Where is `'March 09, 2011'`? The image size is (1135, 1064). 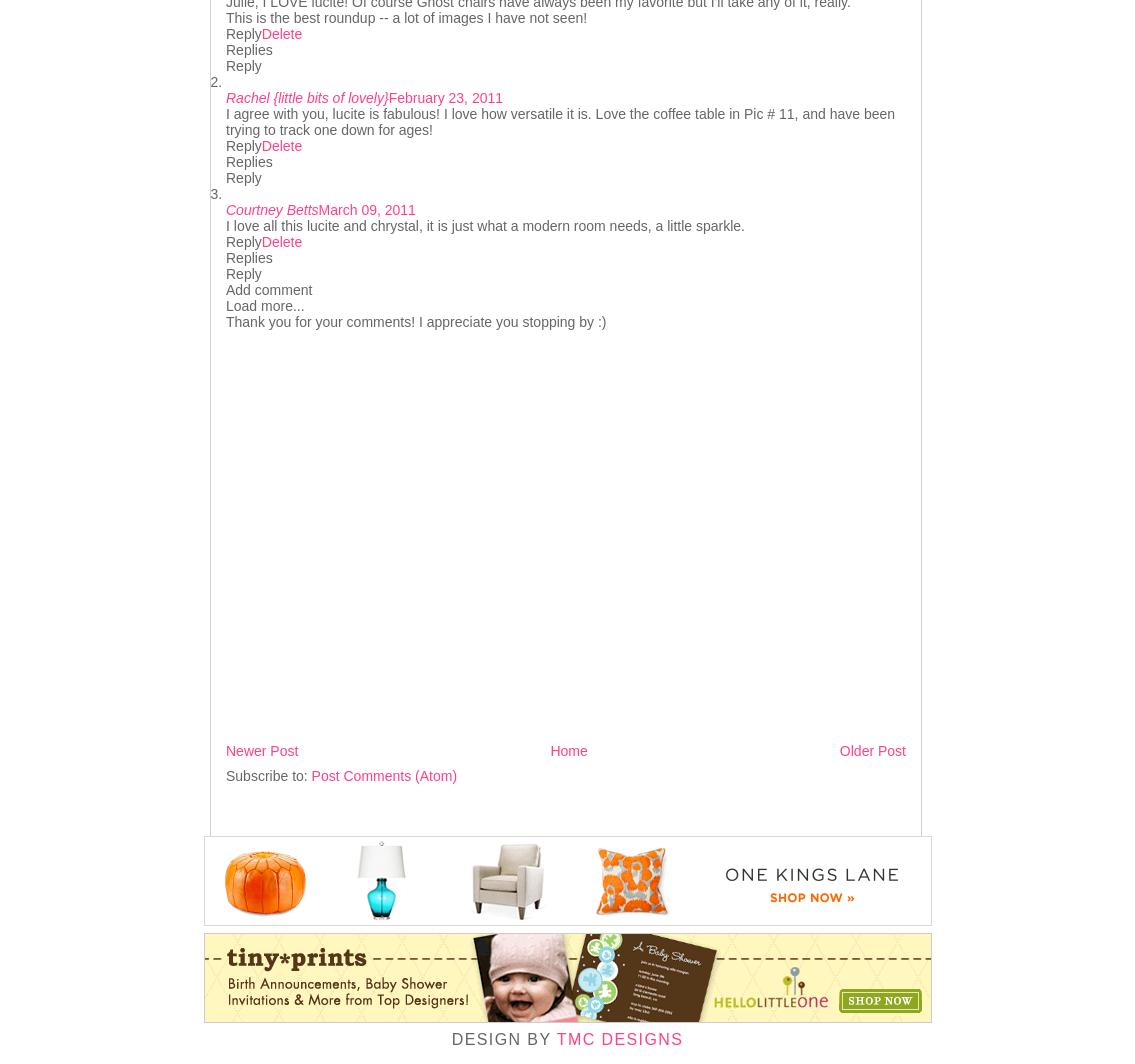
'March 09, 2011' is located at coordinates (366, 210).